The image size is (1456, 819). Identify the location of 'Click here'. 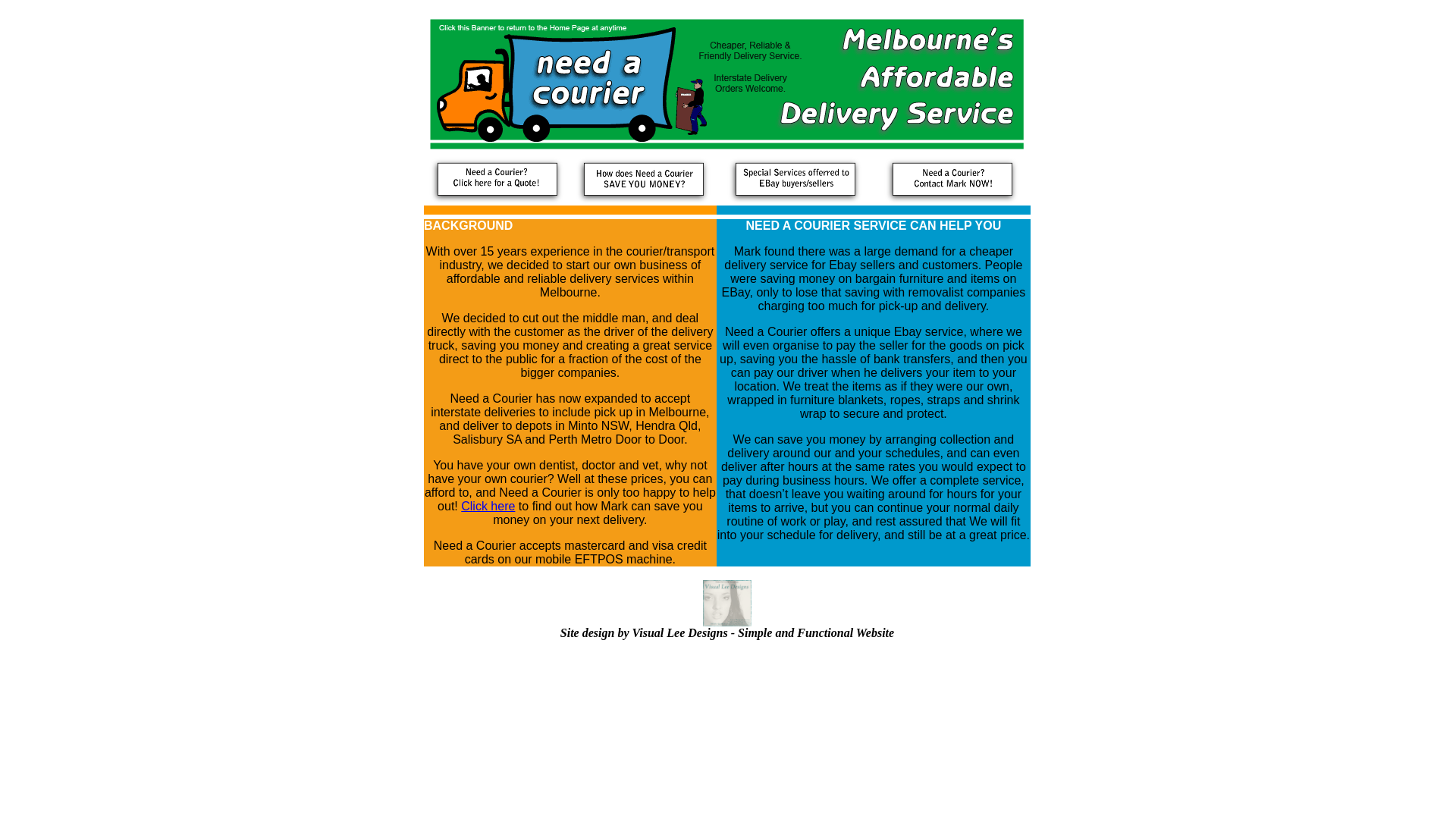
(488, 506).